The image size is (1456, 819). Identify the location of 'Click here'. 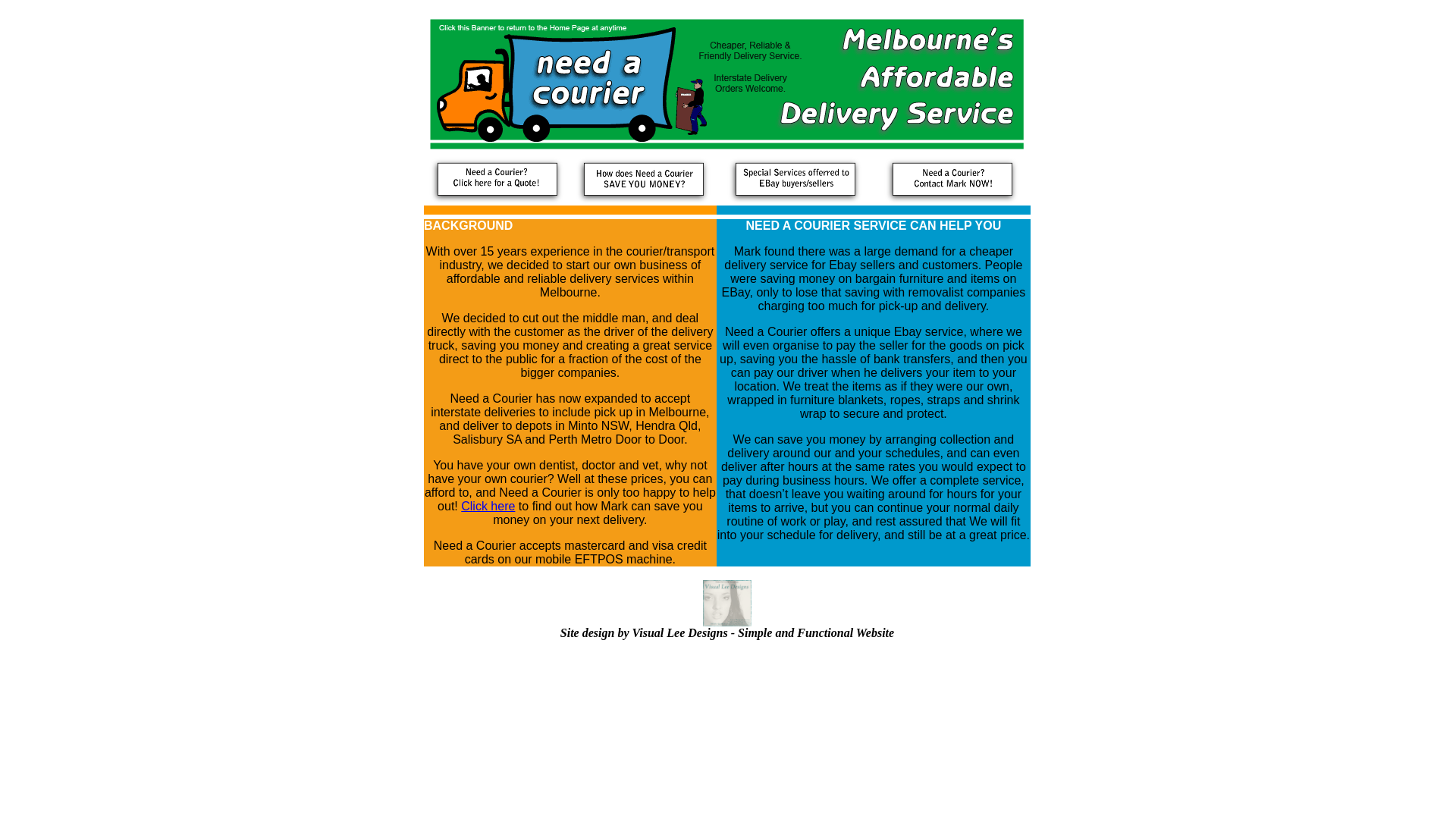
(488, 506).